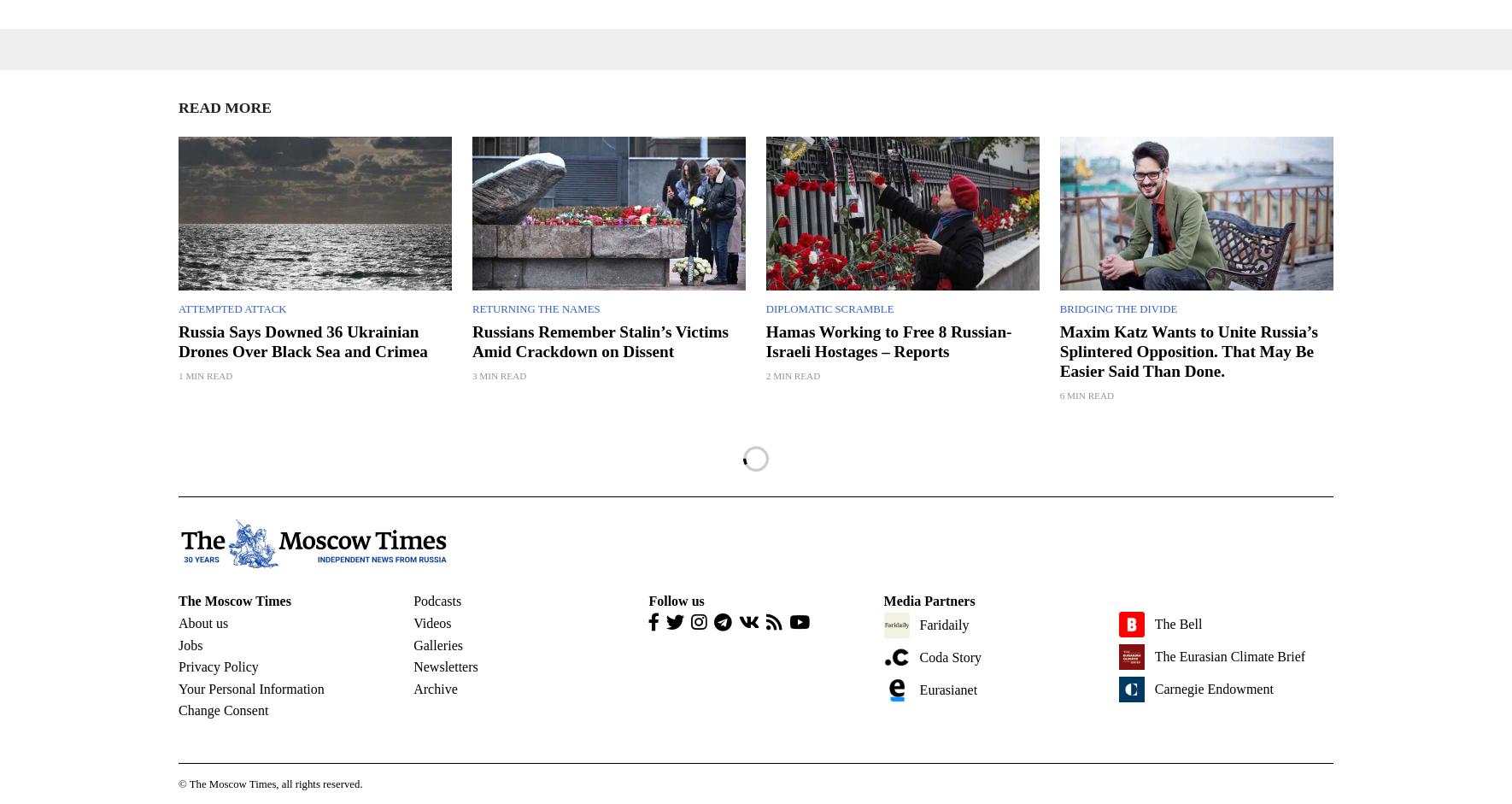 This screenshot has height=804, width=1512. Describe the element at coordinates (223, 709) in the screenshot. I see `'Change Consent'` at that location.